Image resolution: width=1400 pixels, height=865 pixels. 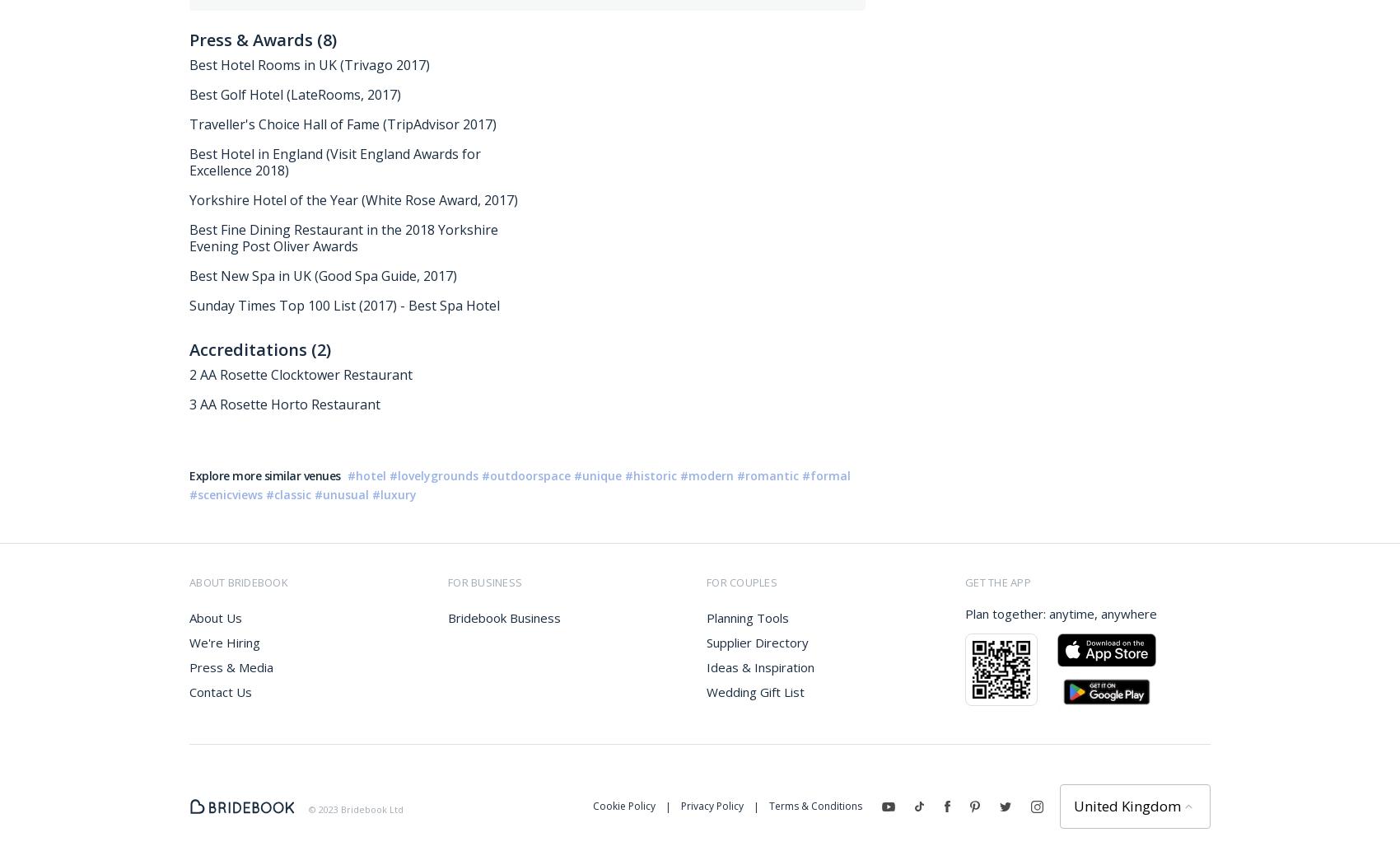 I want to click on '3 AA Rosette Horto Restaurant', so click(x=283, y=403).